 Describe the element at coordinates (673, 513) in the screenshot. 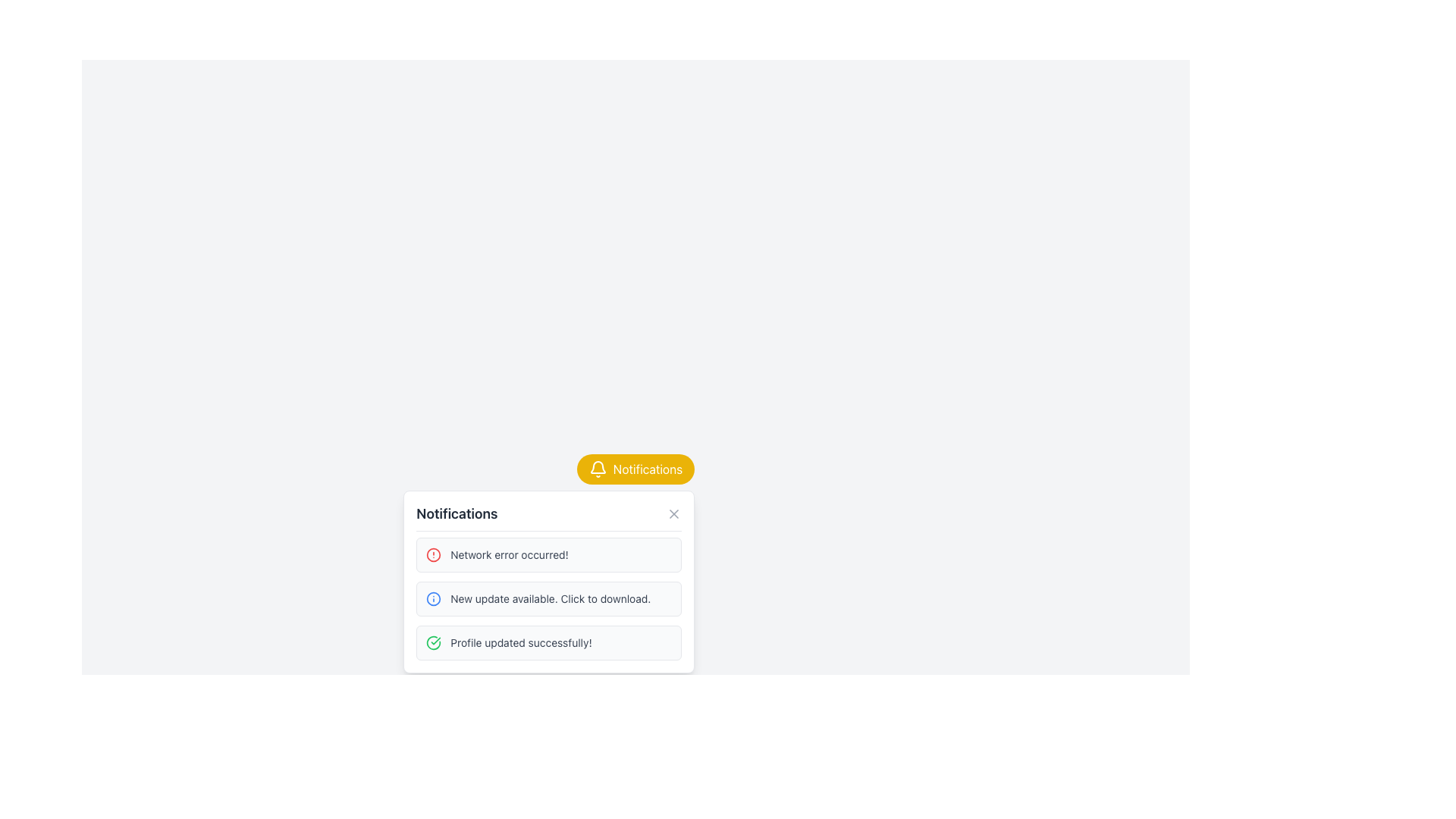

I see `the close button located at the far right of the notifications panel header` at that location.